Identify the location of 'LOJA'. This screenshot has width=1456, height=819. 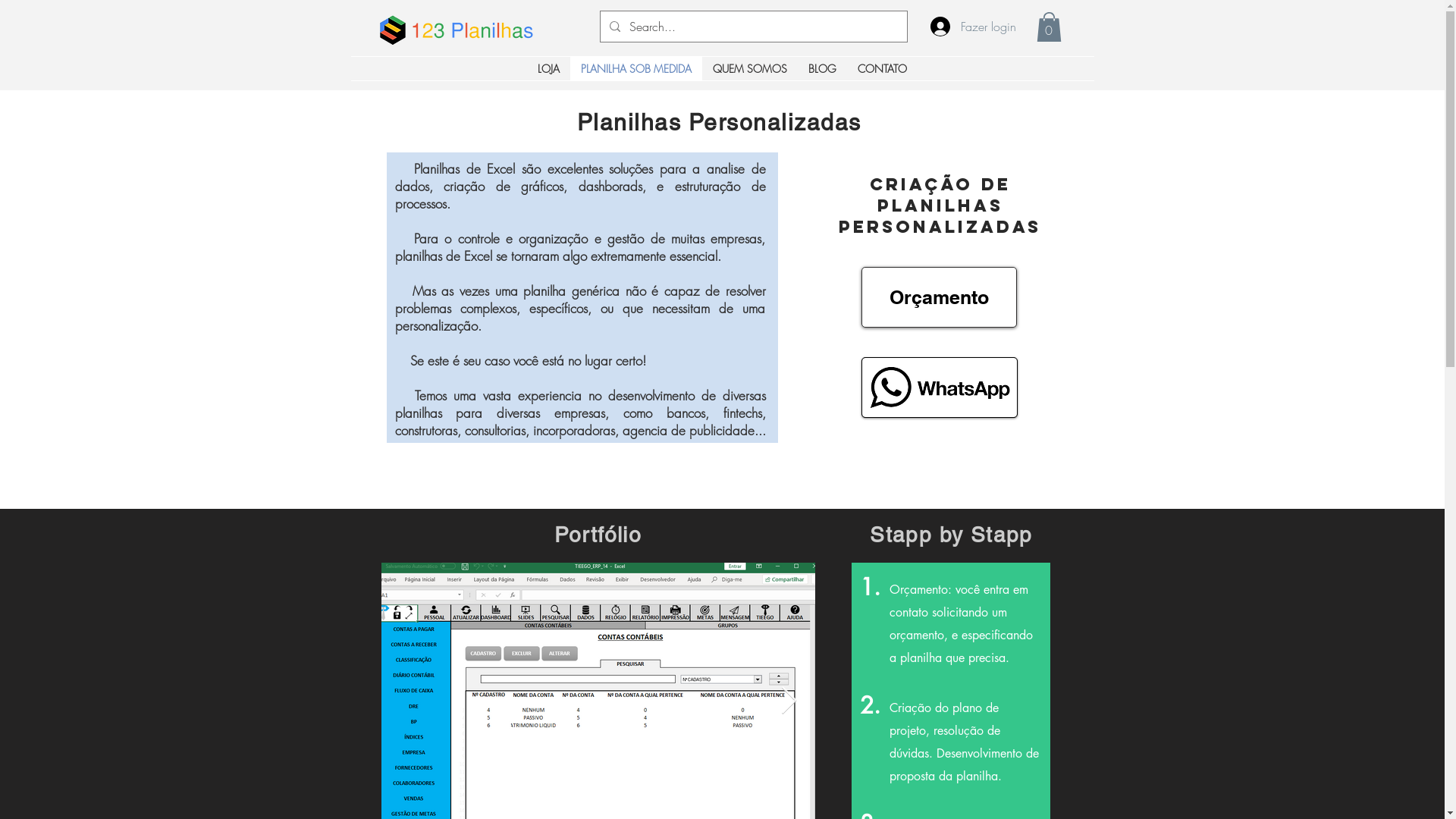
(548, 68).